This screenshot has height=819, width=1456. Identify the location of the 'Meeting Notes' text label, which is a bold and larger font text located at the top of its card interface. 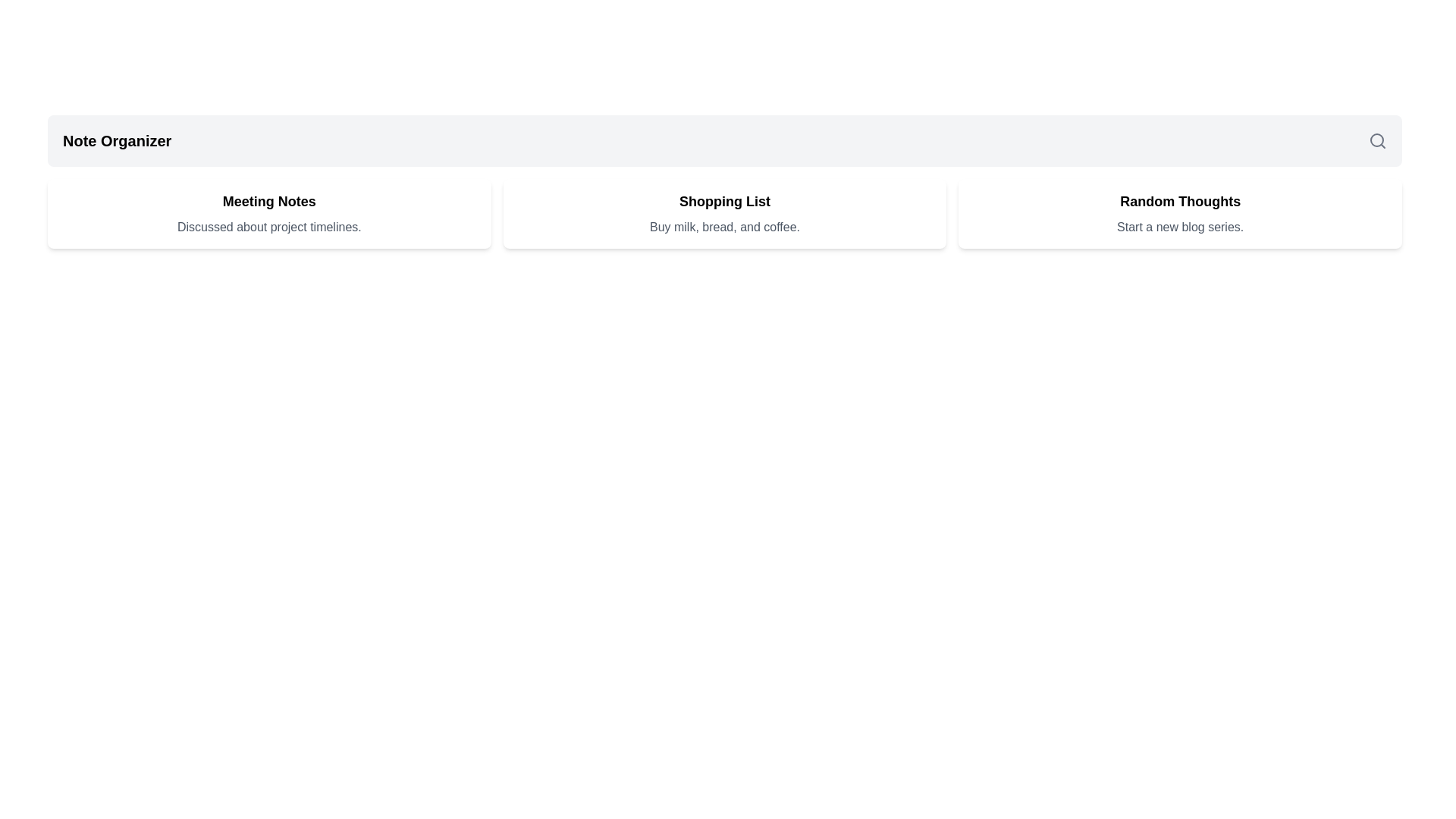
(269, 201).